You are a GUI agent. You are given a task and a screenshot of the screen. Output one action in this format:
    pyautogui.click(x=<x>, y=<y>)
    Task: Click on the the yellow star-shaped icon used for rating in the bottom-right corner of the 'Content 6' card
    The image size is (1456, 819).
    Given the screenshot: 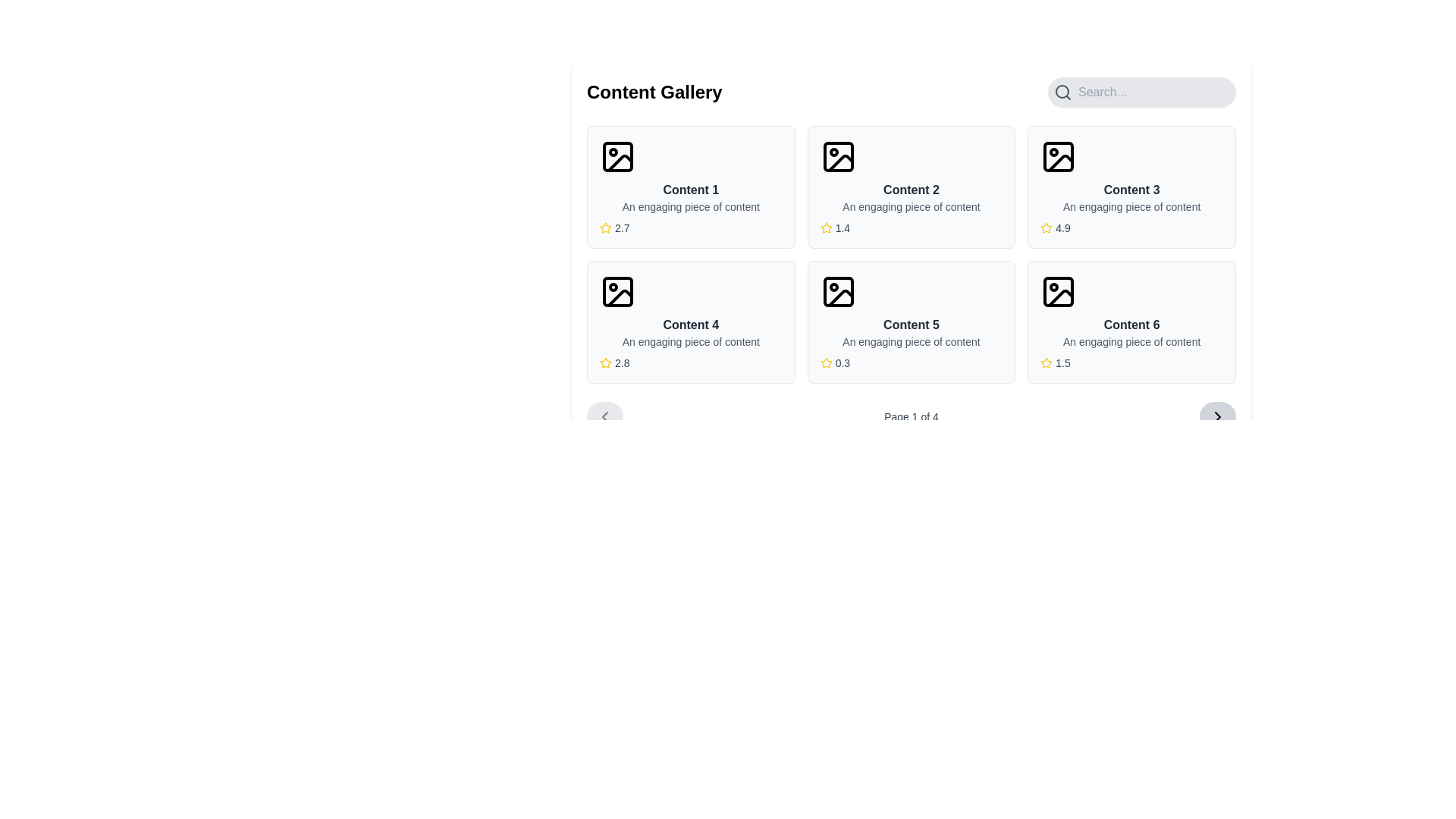 What is the action you would take?
    pyautogui.click(x=1046, y=362)
    